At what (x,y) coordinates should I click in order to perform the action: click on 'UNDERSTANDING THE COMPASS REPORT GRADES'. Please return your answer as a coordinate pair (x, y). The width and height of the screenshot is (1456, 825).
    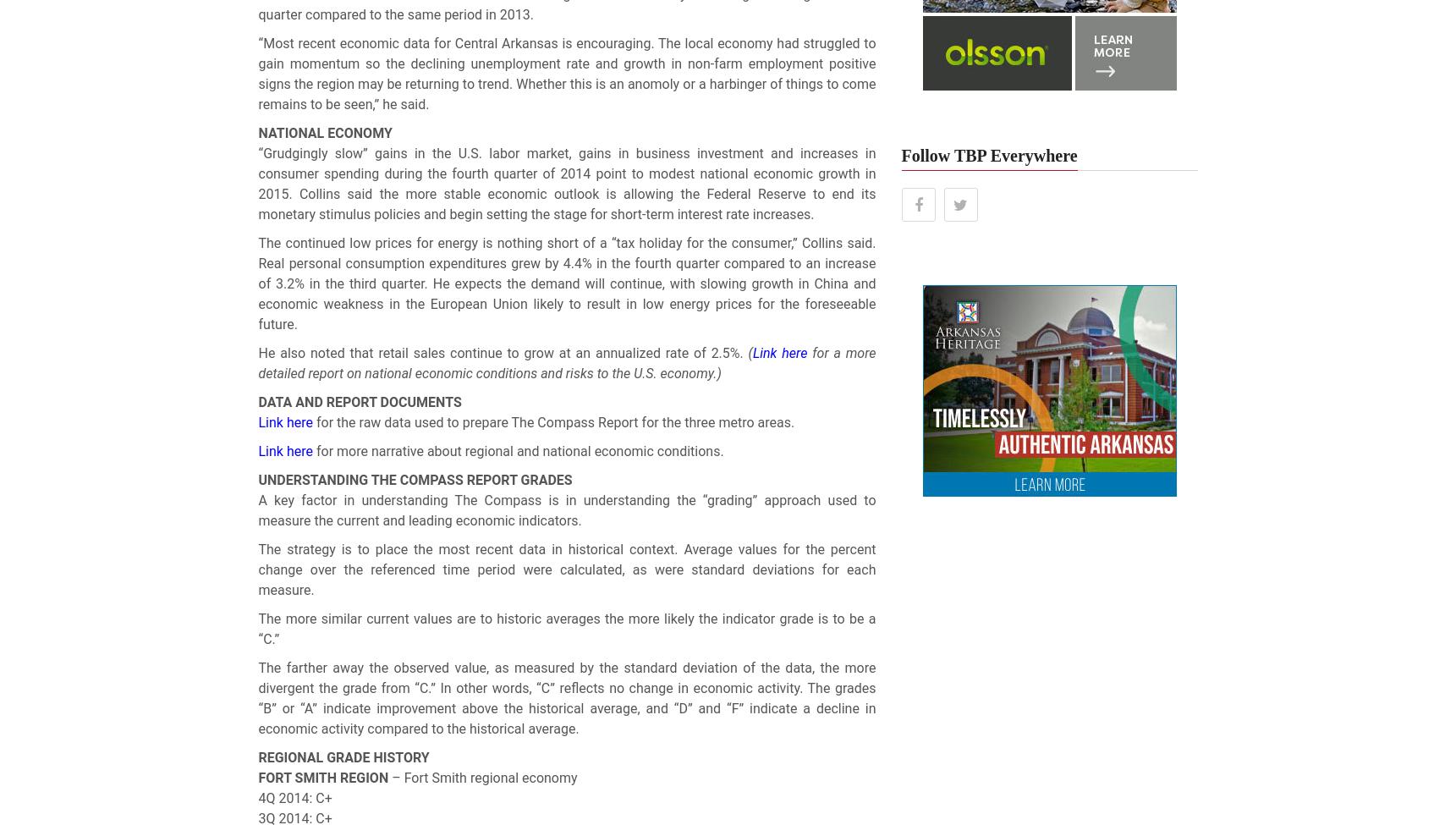
    Looking at the image, I should click on (256, 479).